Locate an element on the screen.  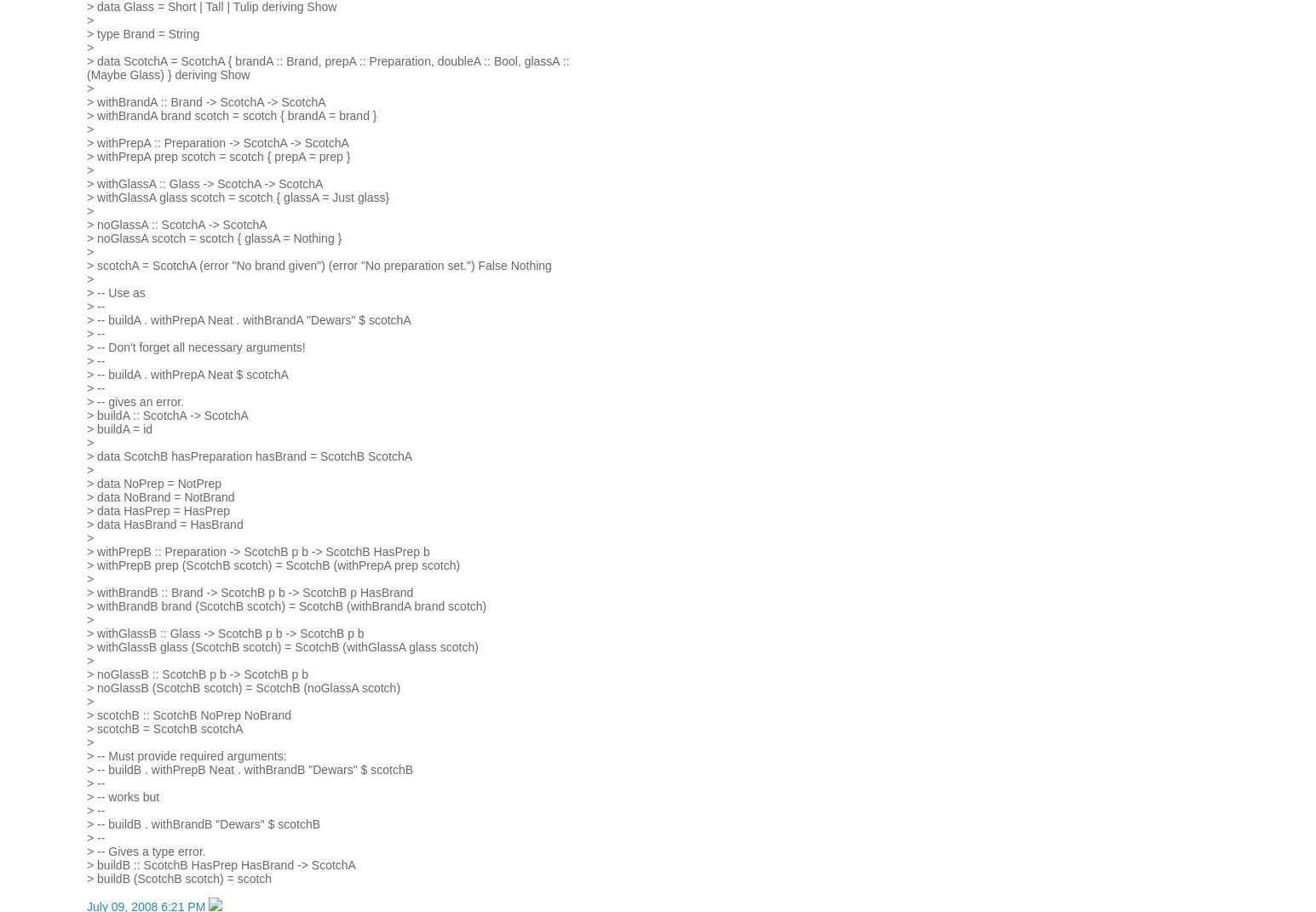
'> scotchB = ScotchB scotchA' is located at coordinates (164, 729).